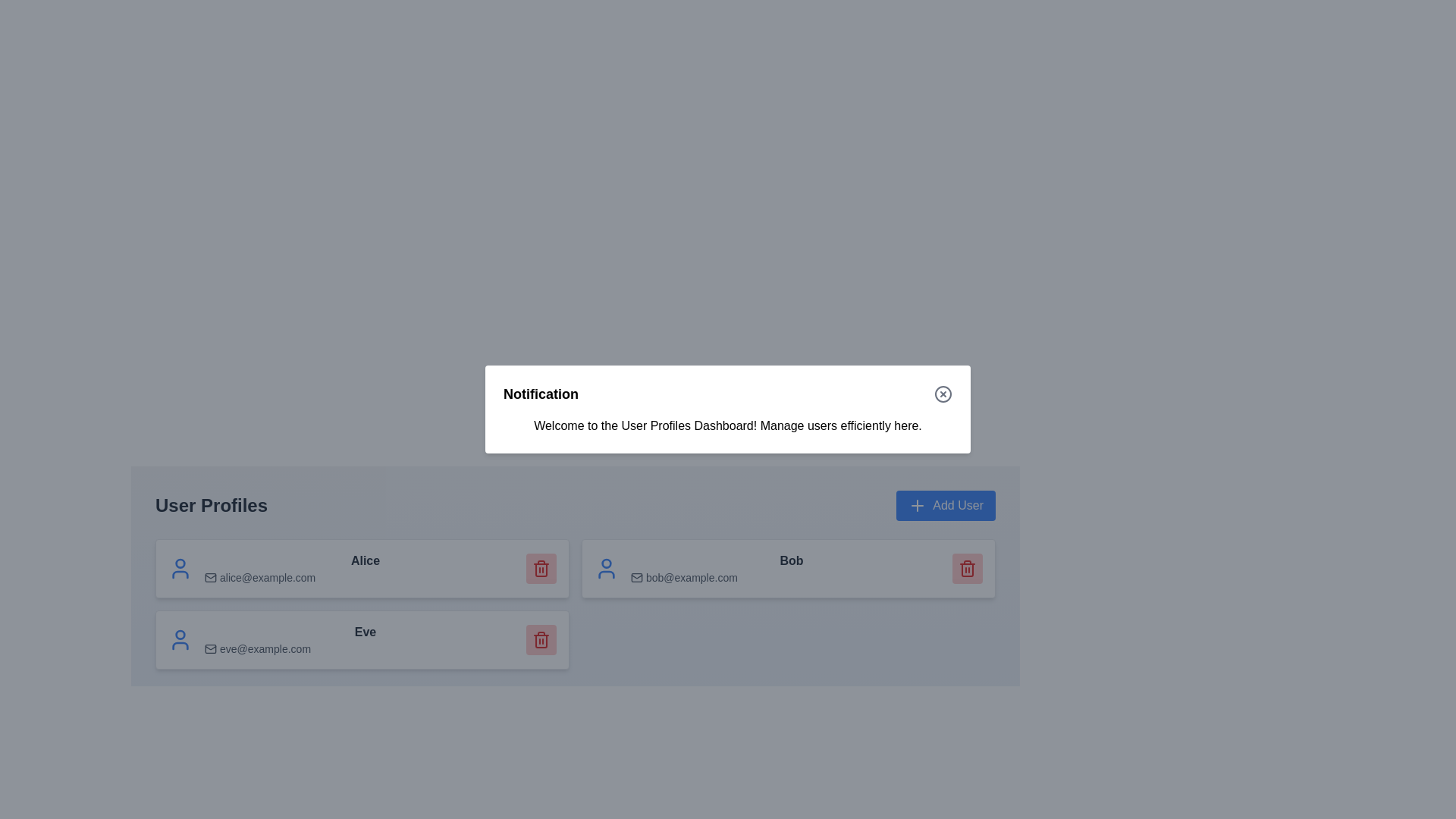 This screenshot has width=1456, height=819. What do you see at coordinates (180, 568) in the screenshot?
I see `the circular user icon with a blue outline, located to the left of the text 'Alice' and 'alice@example.com'` at bounding box center [180, 568].